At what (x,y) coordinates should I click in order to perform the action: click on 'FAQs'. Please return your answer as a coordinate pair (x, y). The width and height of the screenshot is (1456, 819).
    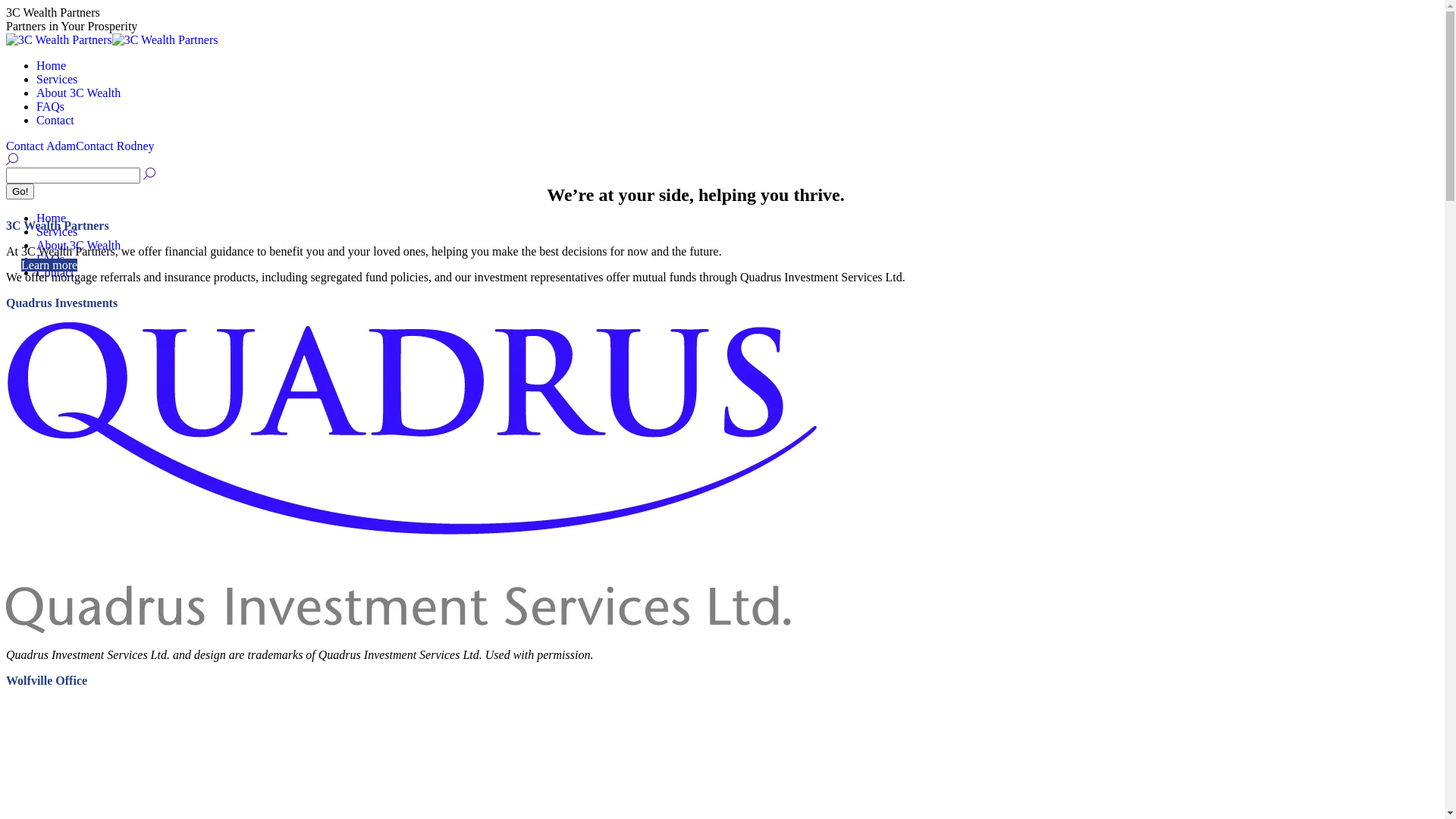
    Looking at the image, I should click on (50, 105).